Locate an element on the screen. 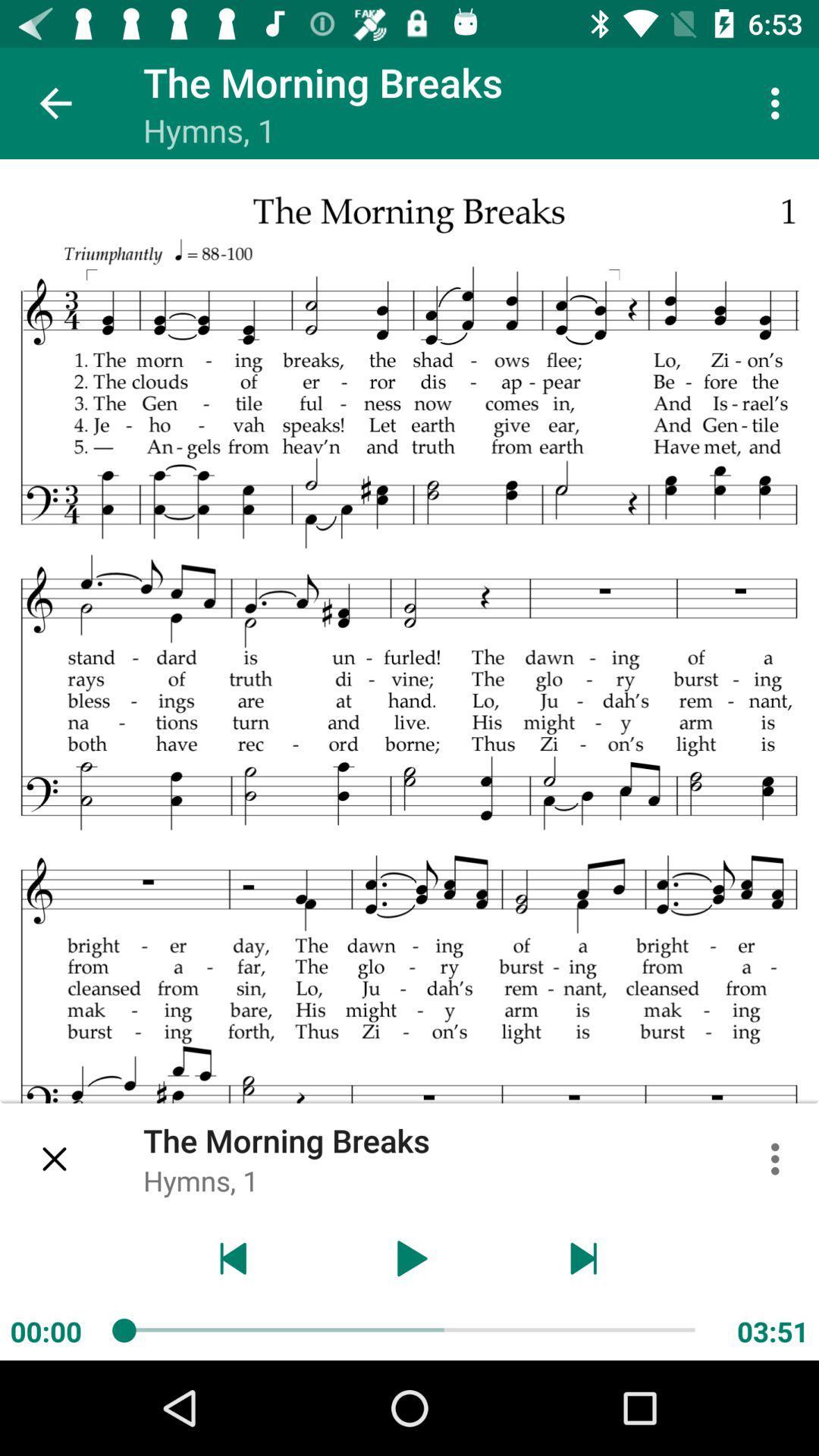  pressing this button moves me to the last page of the piece is located at coordinates (584, 1258).